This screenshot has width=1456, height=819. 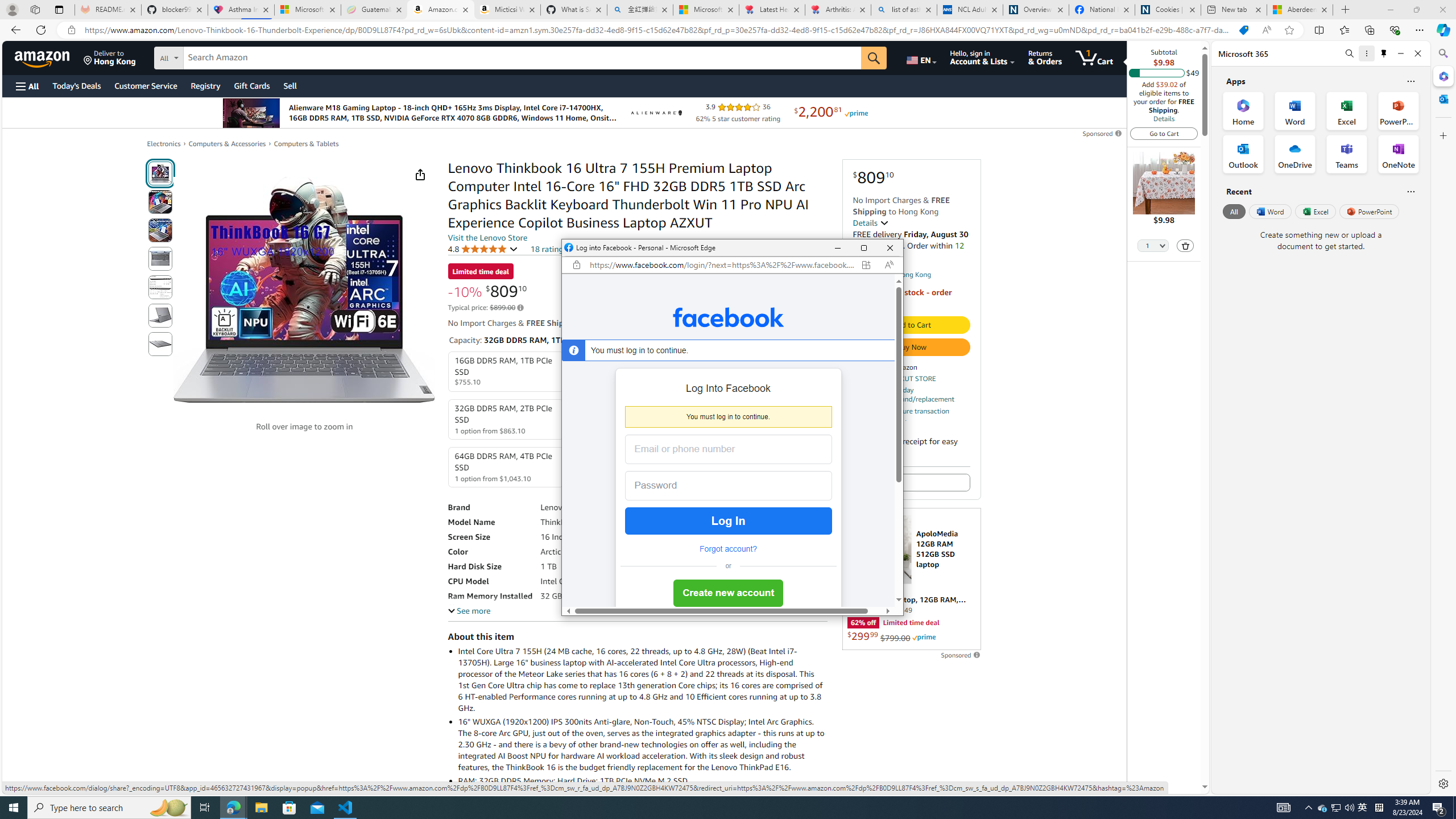 What do you see at coordinates (719, 485) in the screenshot?
I see `'Password'` at bounding box center [719, 485].